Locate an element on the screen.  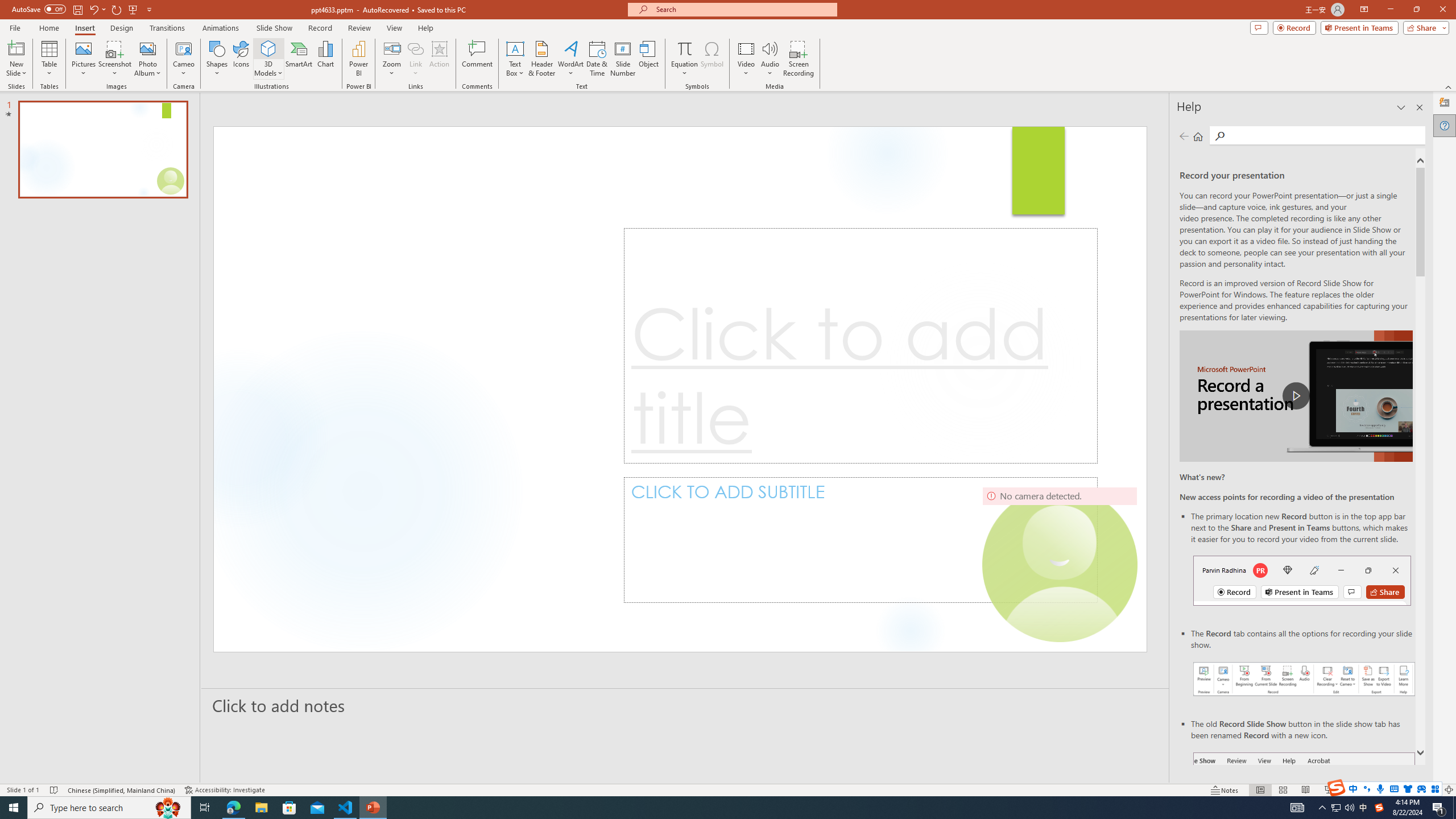
'Comment' is located at coordinates (476, 59).